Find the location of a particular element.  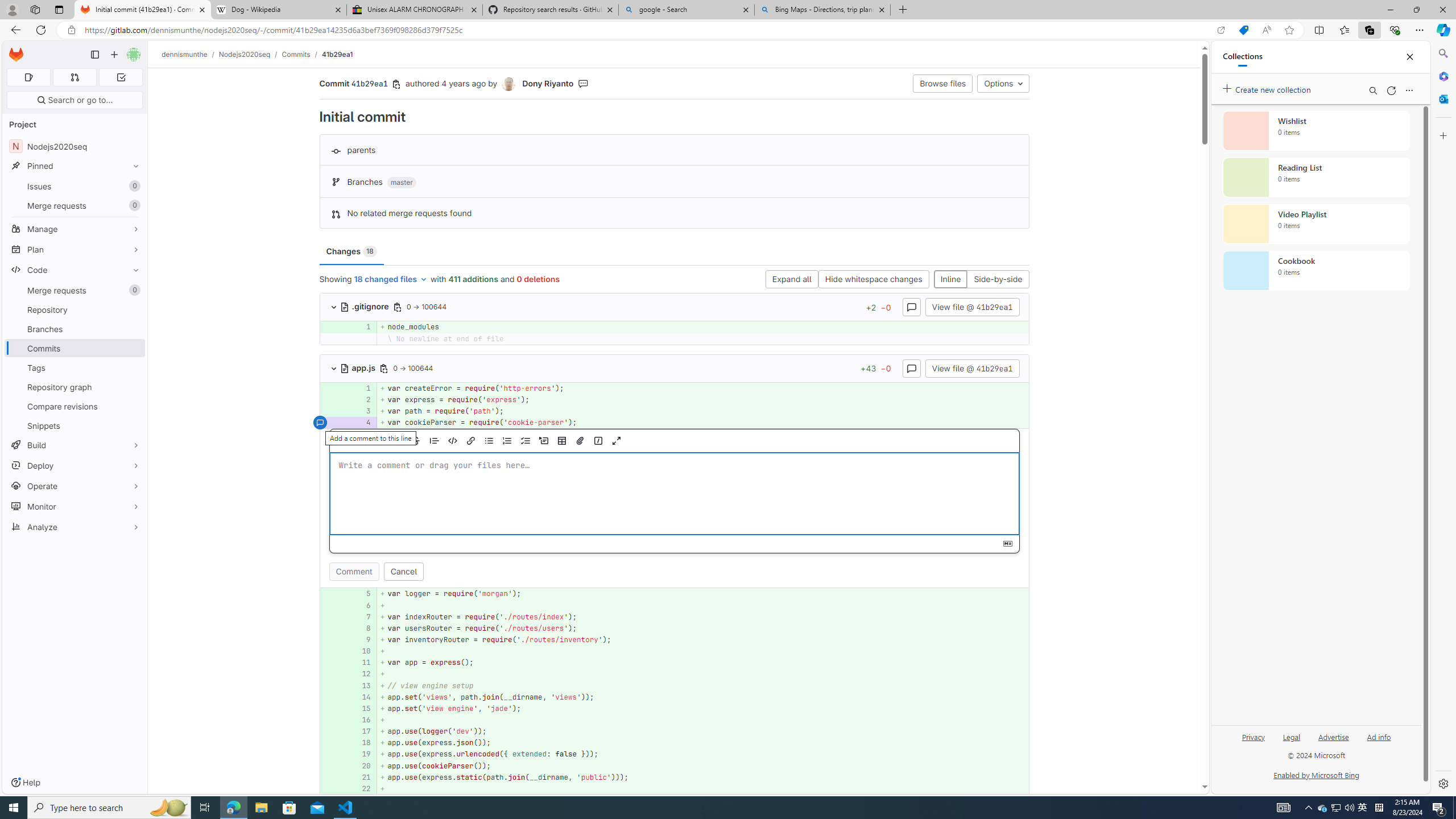

'AutomationID: 4a68969ef8e858229267b842dedf42ab5dde4d50_0_11' is located at coordinates (675, 662).